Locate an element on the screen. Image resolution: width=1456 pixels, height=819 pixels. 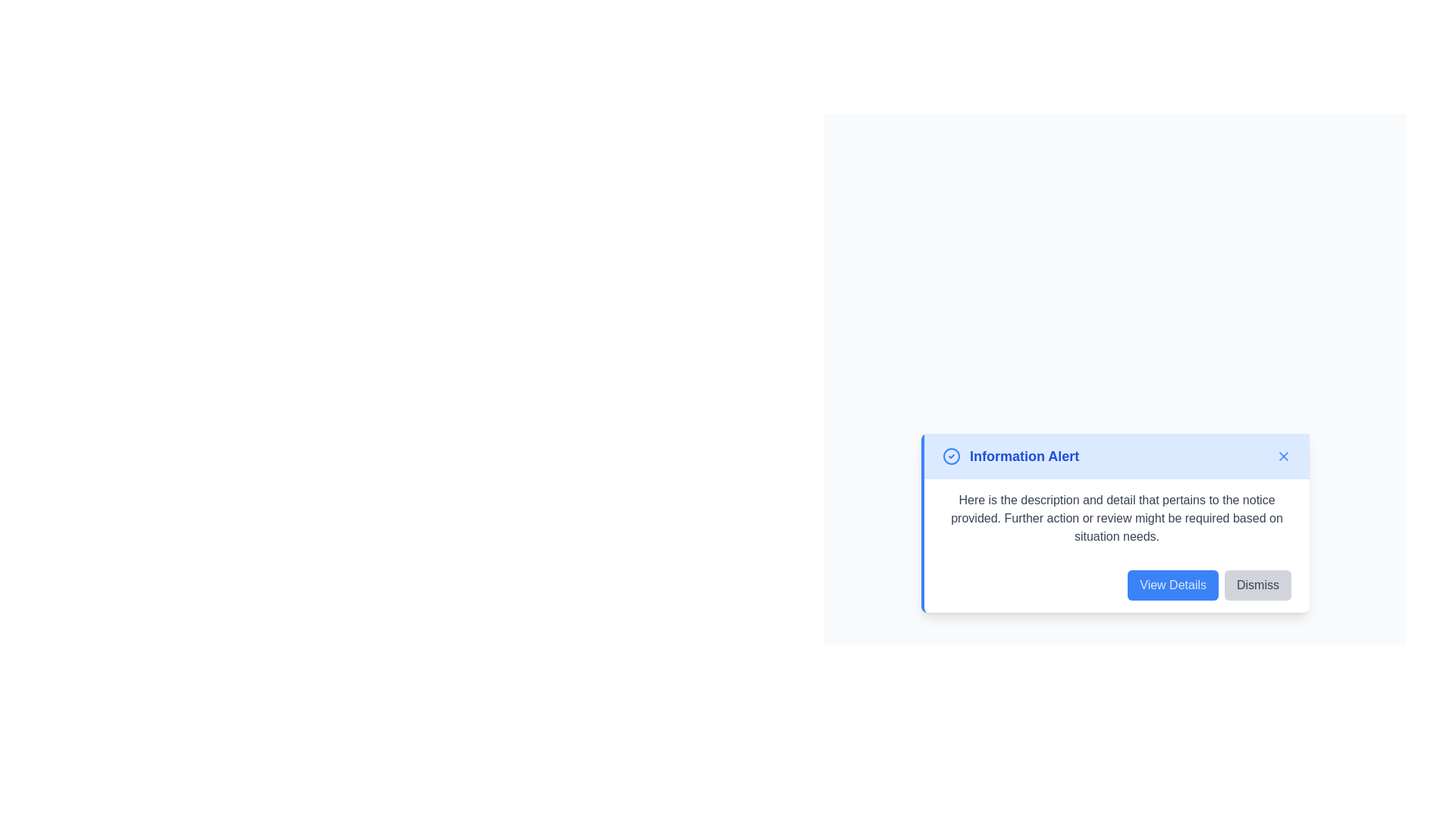
the 'View Details' button, which is a rectangular button with white text on a blue background, located on the right side of the dialog box is located at coordinates (1172, 584).